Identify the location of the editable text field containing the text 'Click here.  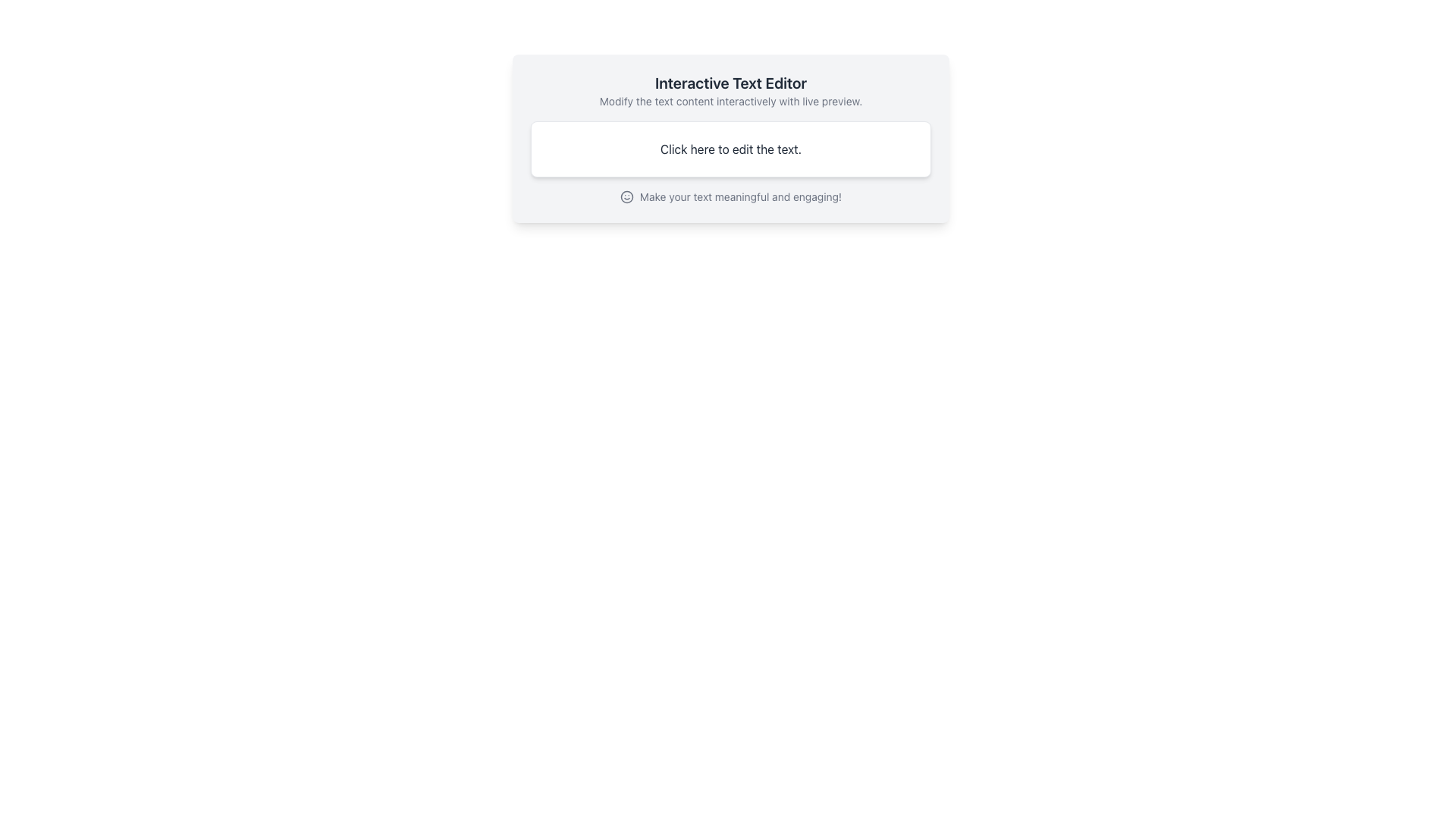
(731, 149).